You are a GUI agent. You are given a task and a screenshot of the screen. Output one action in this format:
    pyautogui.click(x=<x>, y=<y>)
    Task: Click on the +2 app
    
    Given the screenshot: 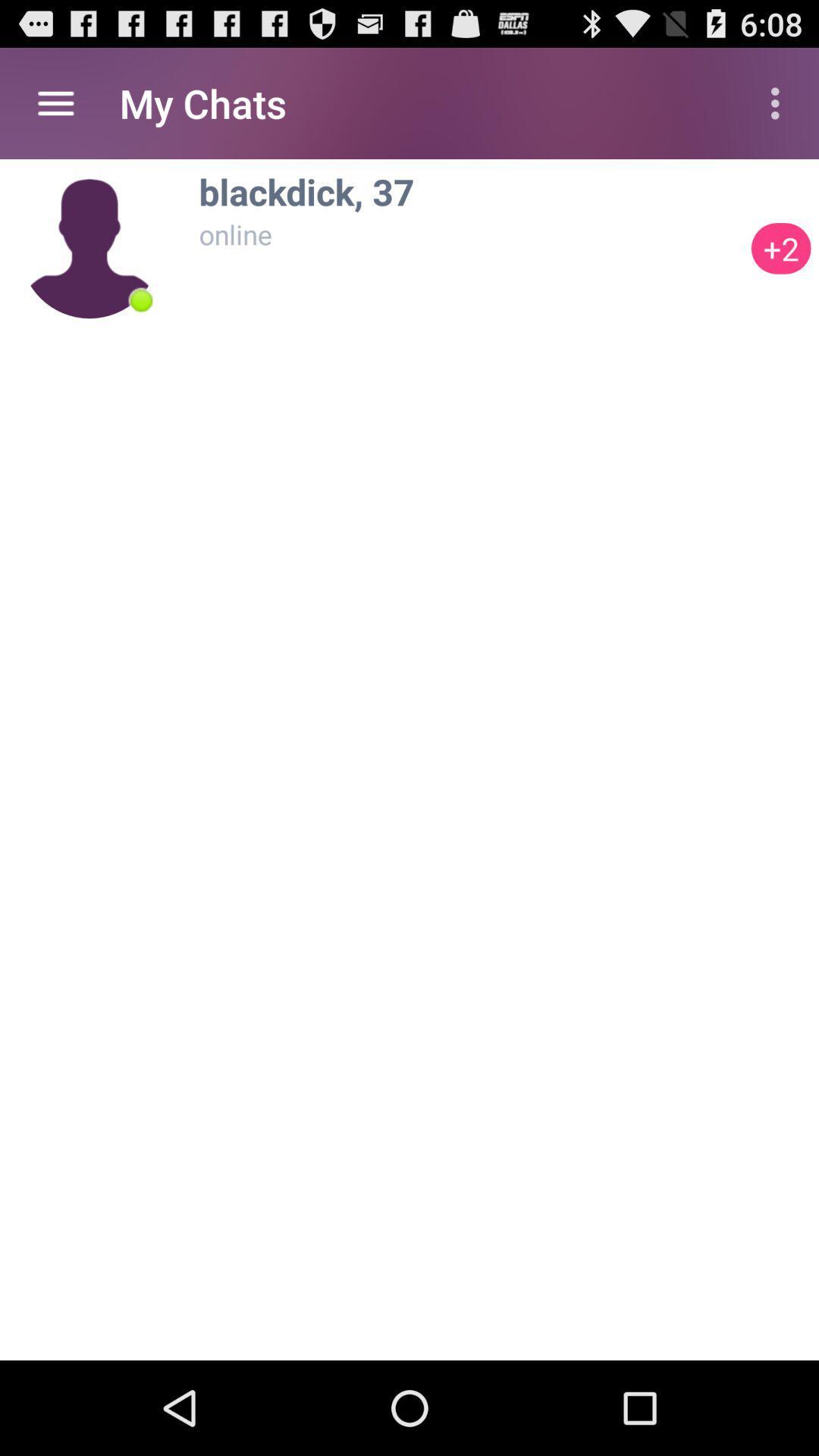 What is the action you would take?
    pyautogui.click(x=781, y=248)
    